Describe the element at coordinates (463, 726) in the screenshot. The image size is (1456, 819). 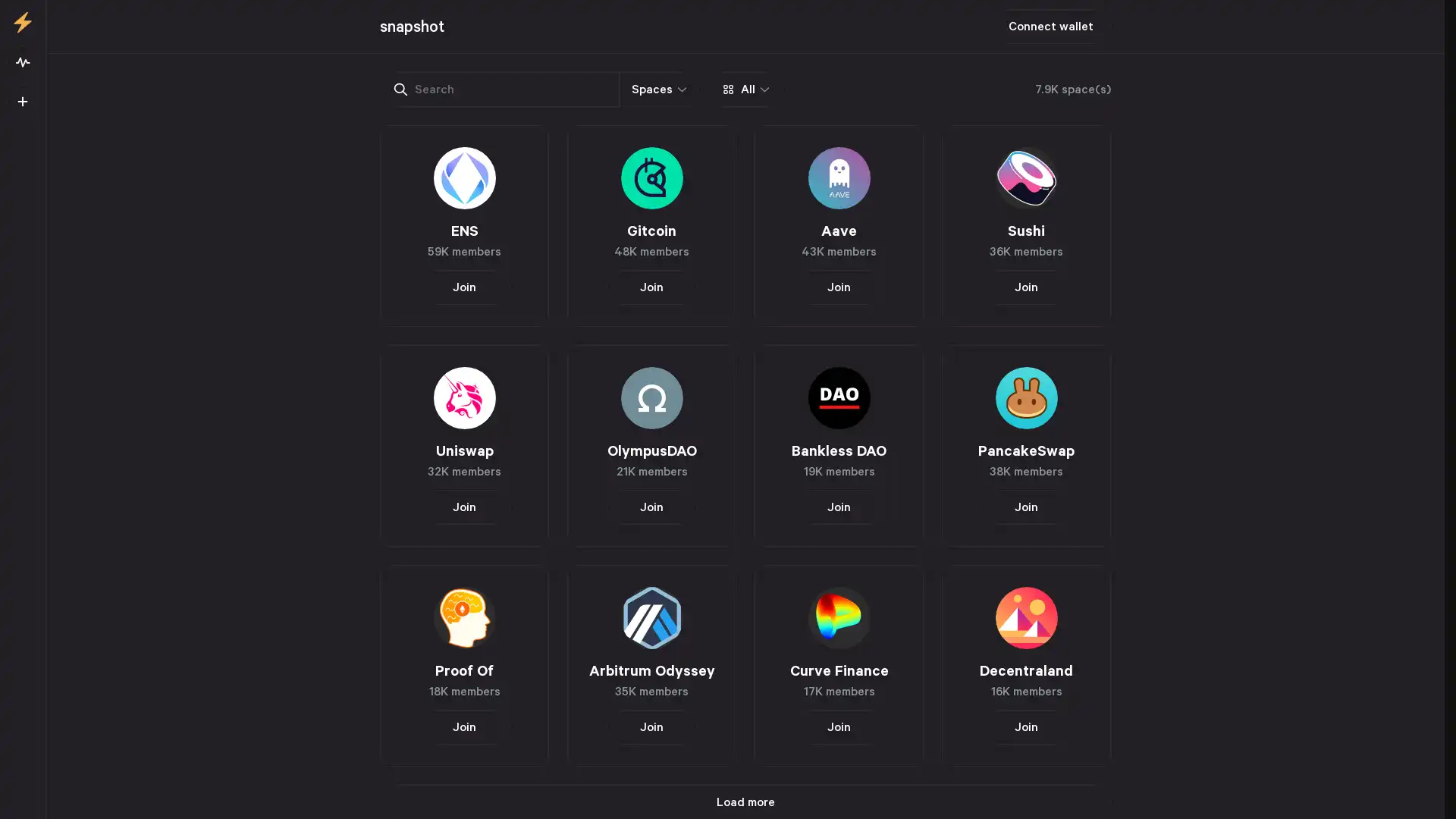
I see `Join` at that location.